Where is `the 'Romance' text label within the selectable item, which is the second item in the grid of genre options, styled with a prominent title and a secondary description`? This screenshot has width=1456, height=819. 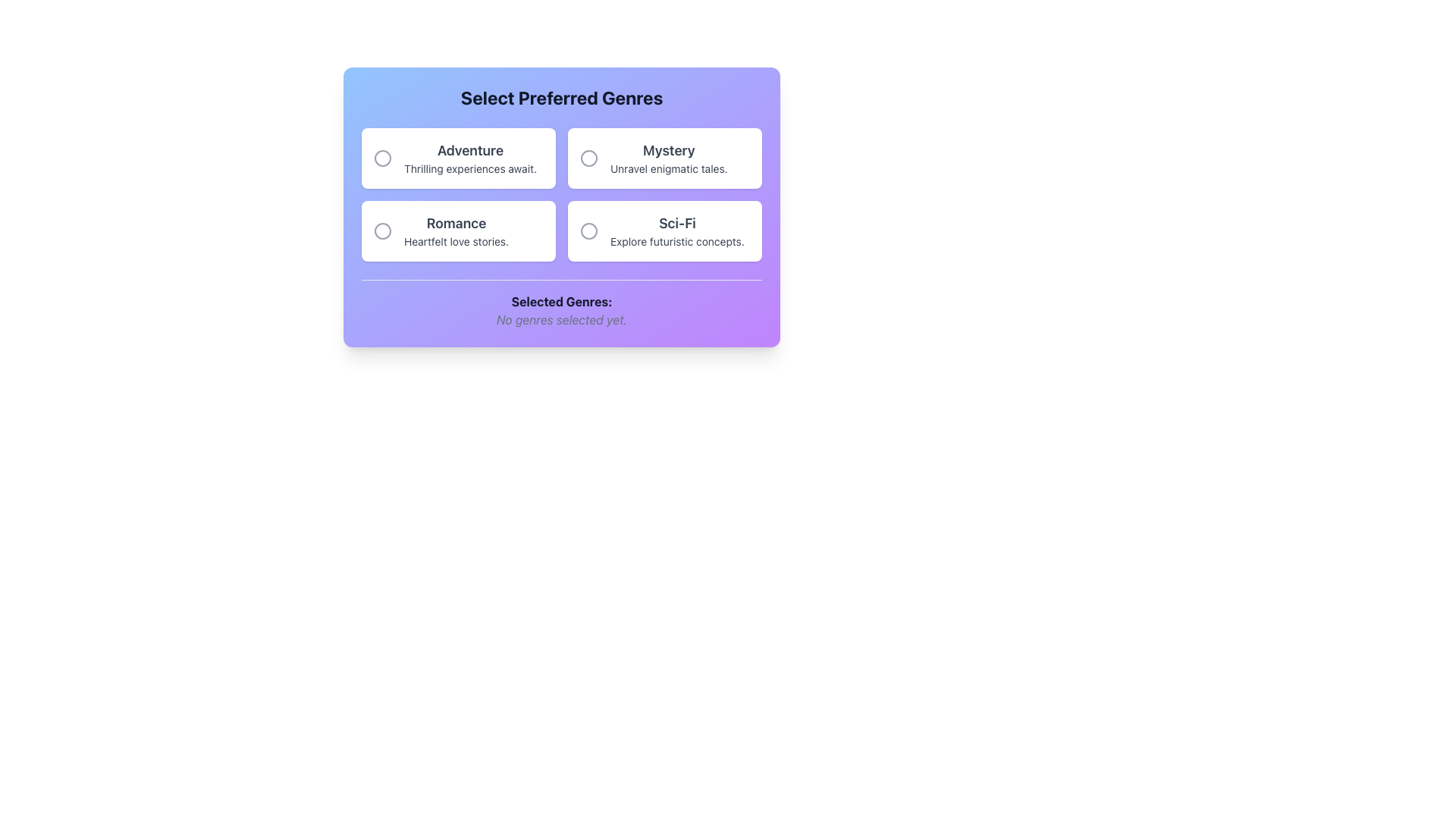
the 'Romance' text label within the selectable item, which is the second item in the grid of genre options, styled with a prominent title and a secondary description is located at coordinates (456, 231).